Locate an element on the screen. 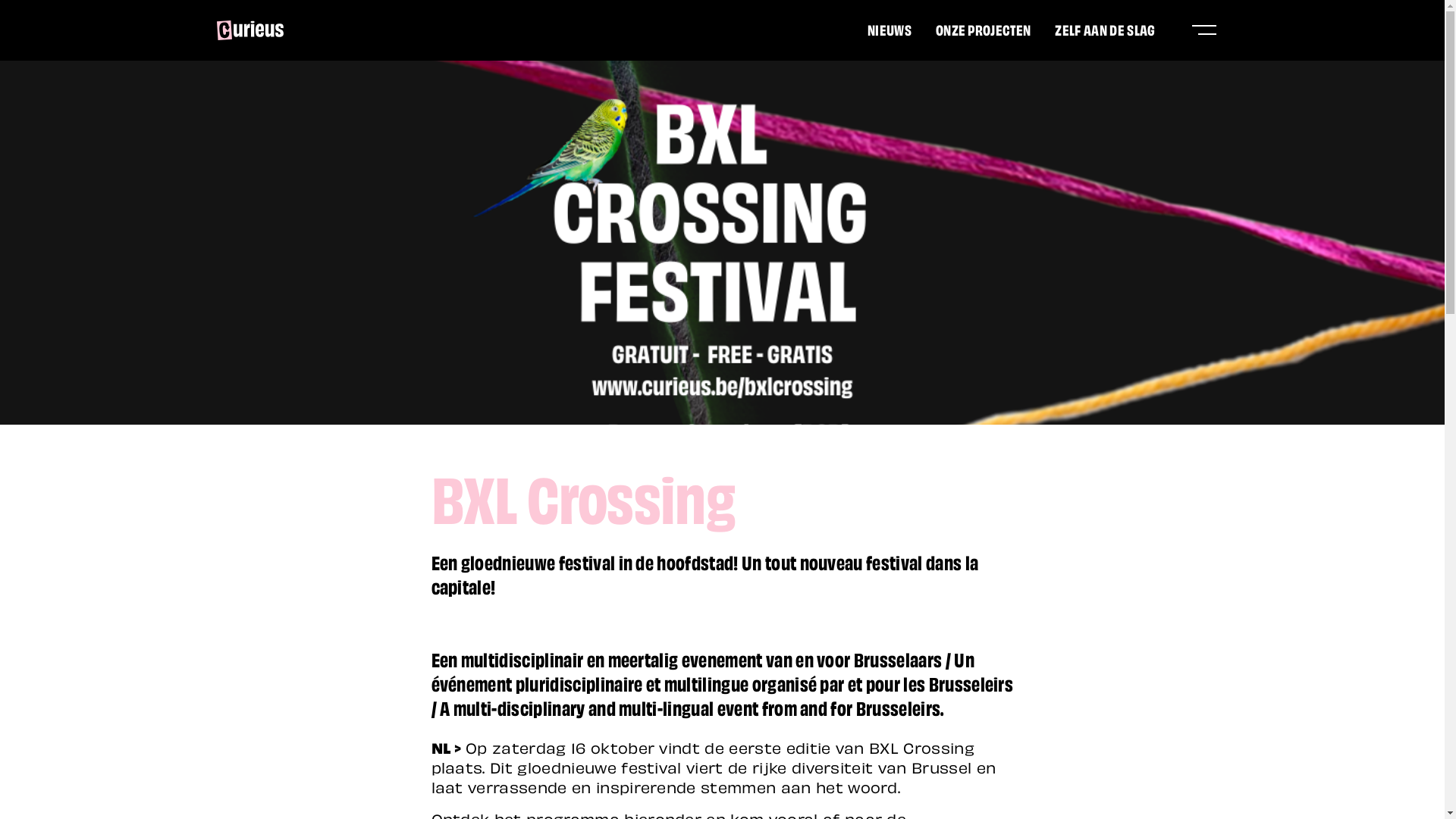 The height and width of the screenshot is (819, 1456). 'ONZE PROJECTEN' is located at coordinates (983, 29).